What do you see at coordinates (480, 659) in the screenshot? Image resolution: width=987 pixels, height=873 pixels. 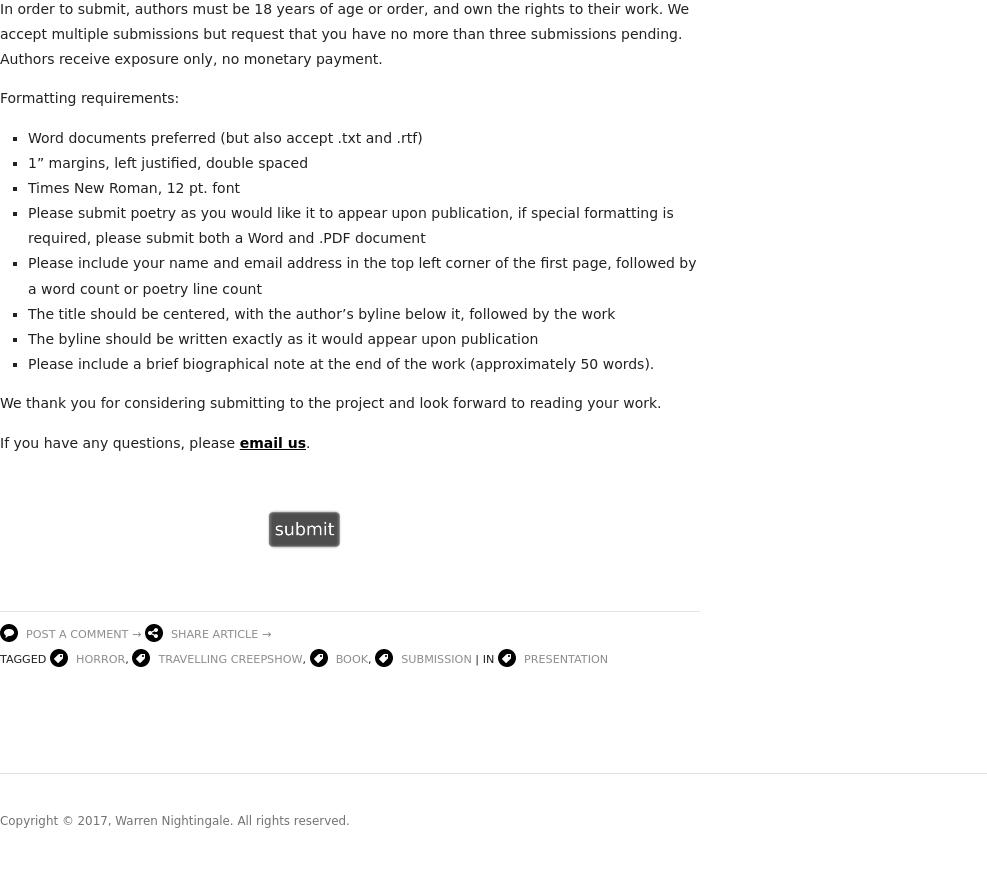 I see `'in'` at bounding box center [480, 659].